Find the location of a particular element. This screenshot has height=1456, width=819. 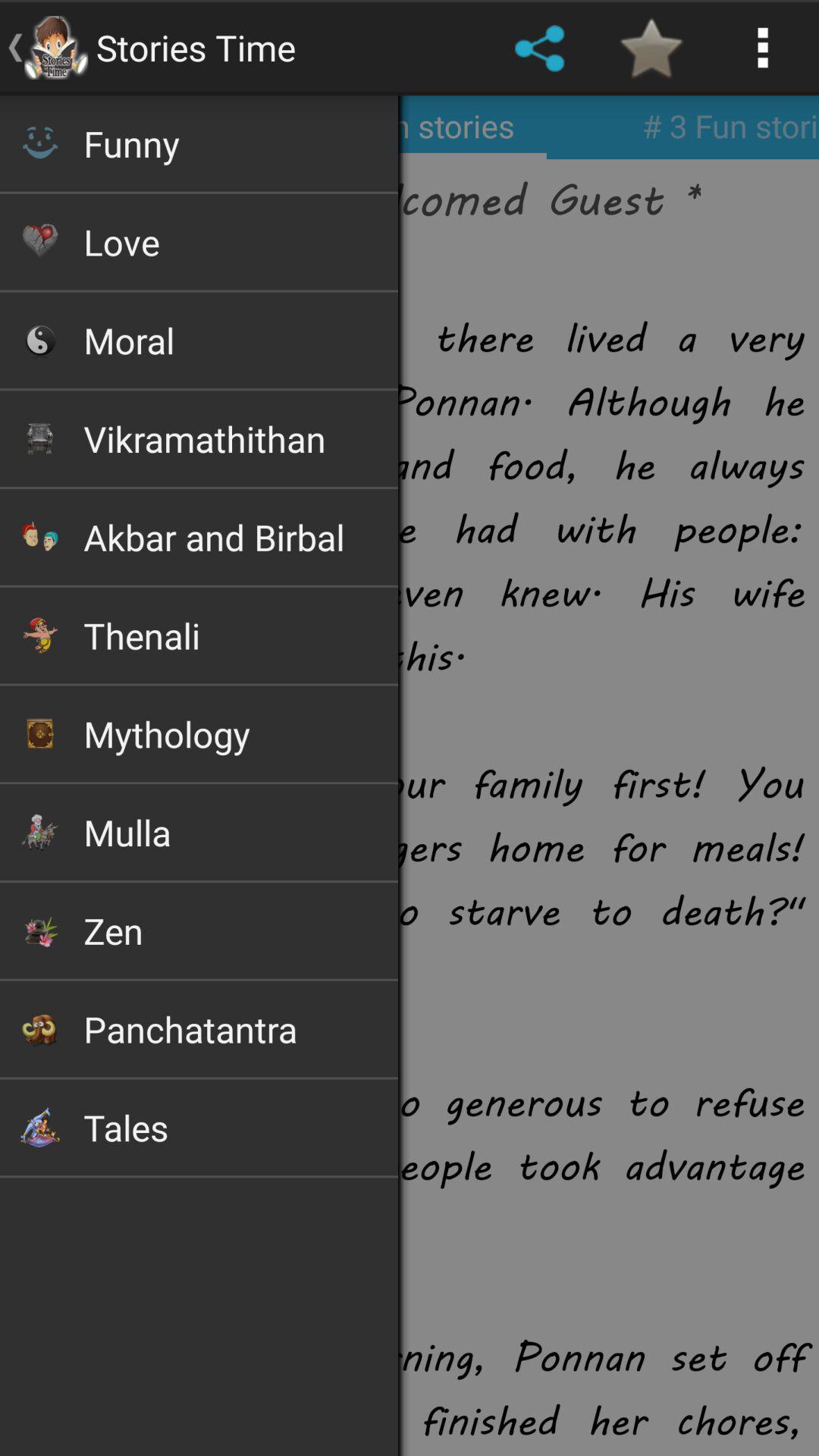

image left side of love is located at coordinates (39, 240).